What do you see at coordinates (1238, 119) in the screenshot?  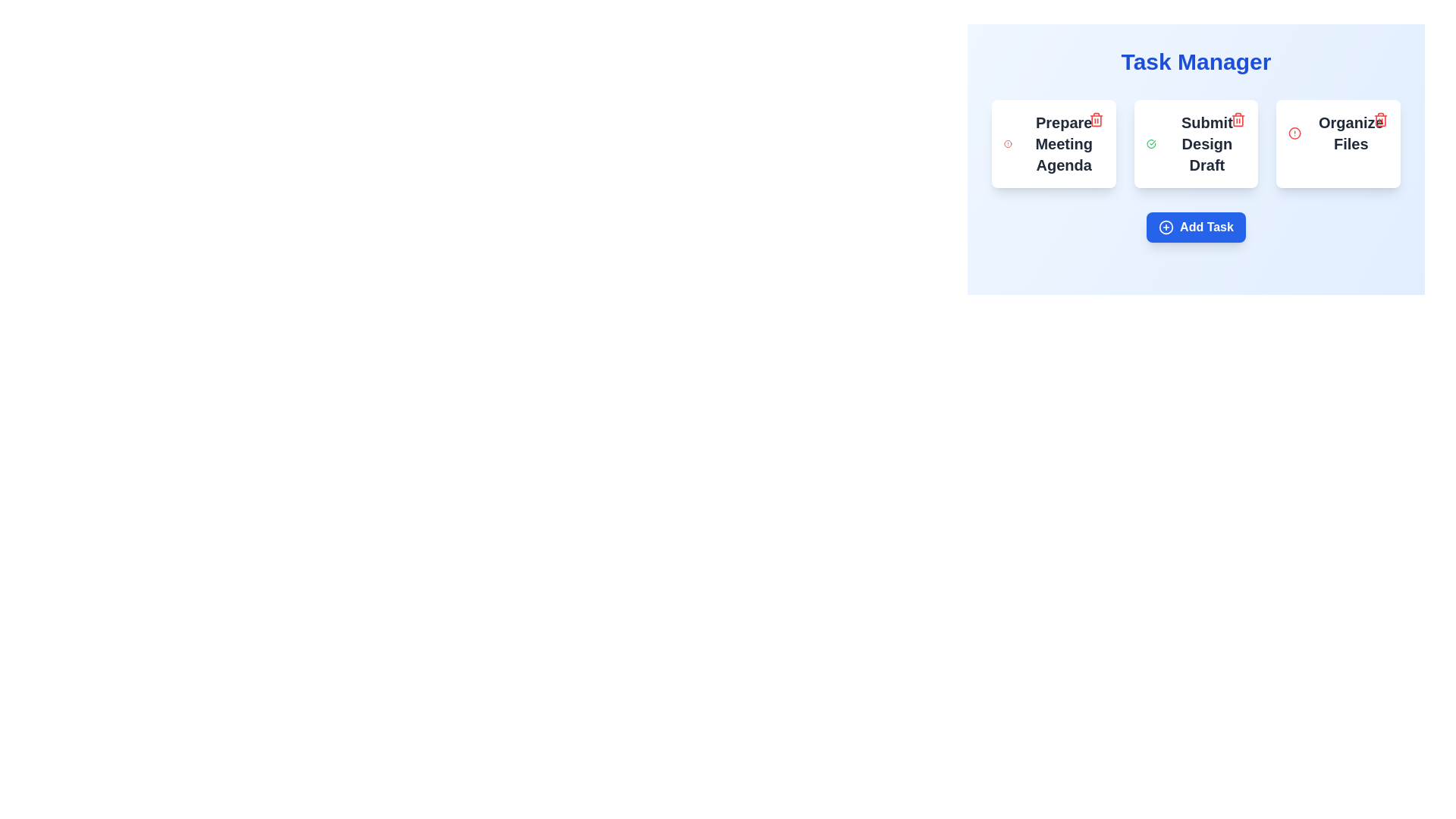 I see `the red trash can icon located in the top-right corner of the 'Submit Design Draft' task card to change its color` at bounding box center [1238, 119].